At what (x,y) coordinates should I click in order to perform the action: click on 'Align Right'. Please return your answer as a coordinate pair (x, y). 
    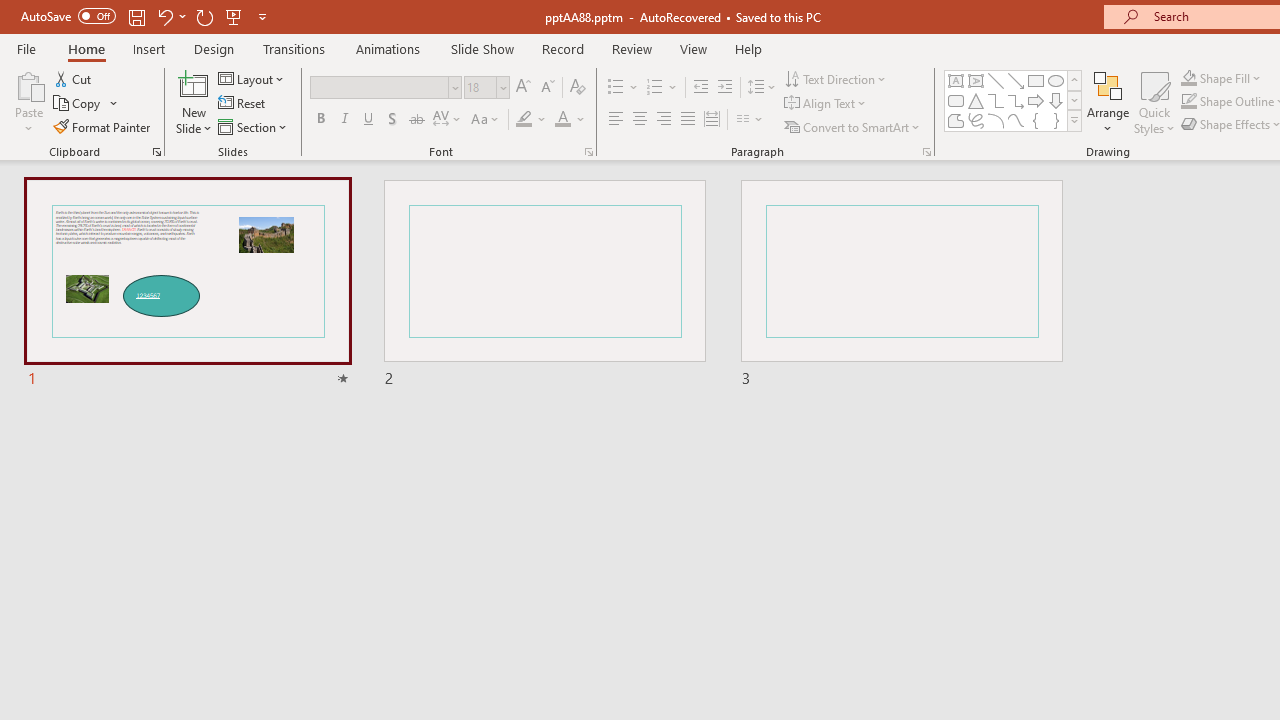
    Looking at the image, I should click on (663, 119).